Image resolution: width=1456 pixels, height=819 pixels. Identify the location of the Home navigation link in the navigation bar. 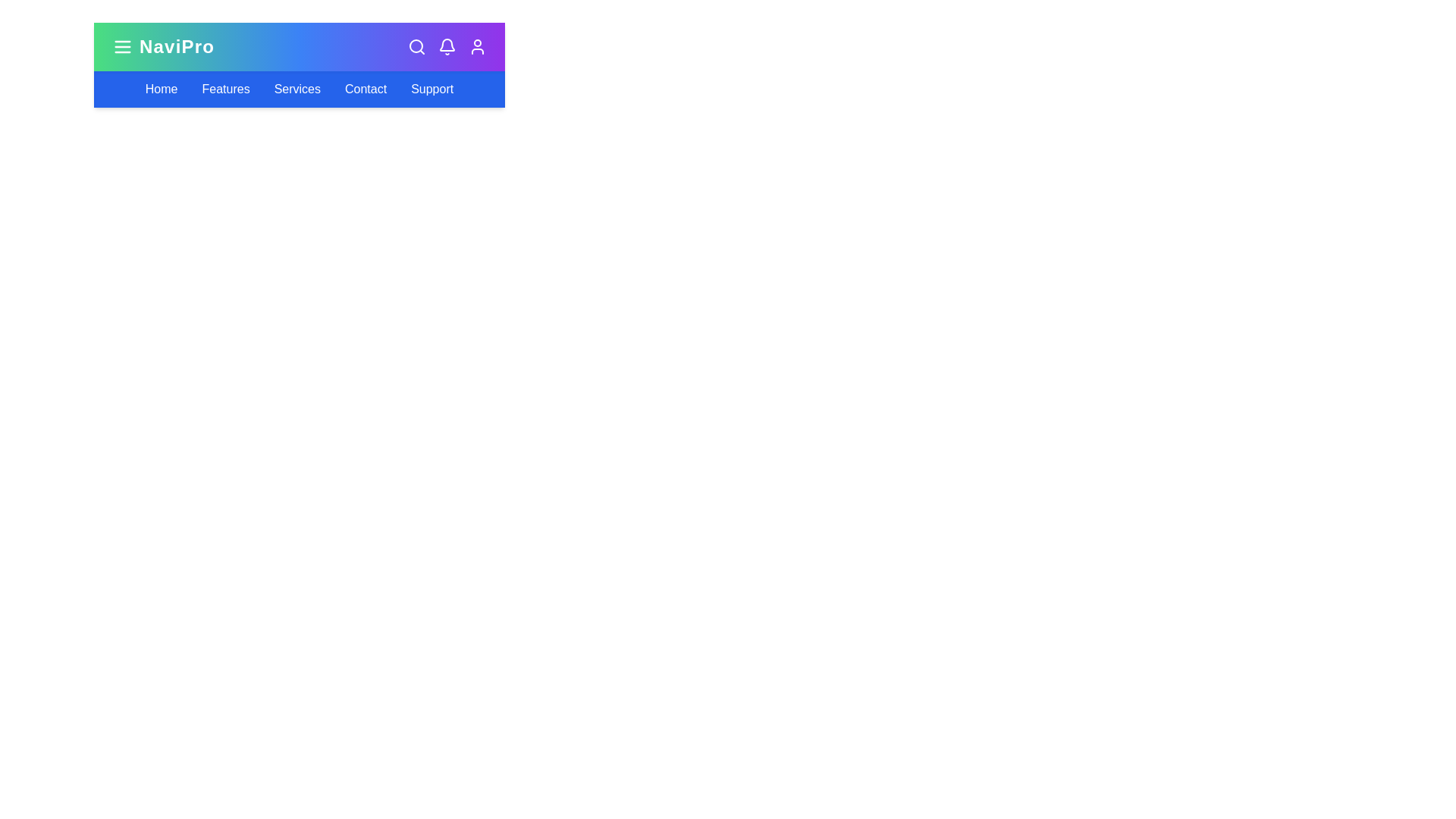
(161, 89).